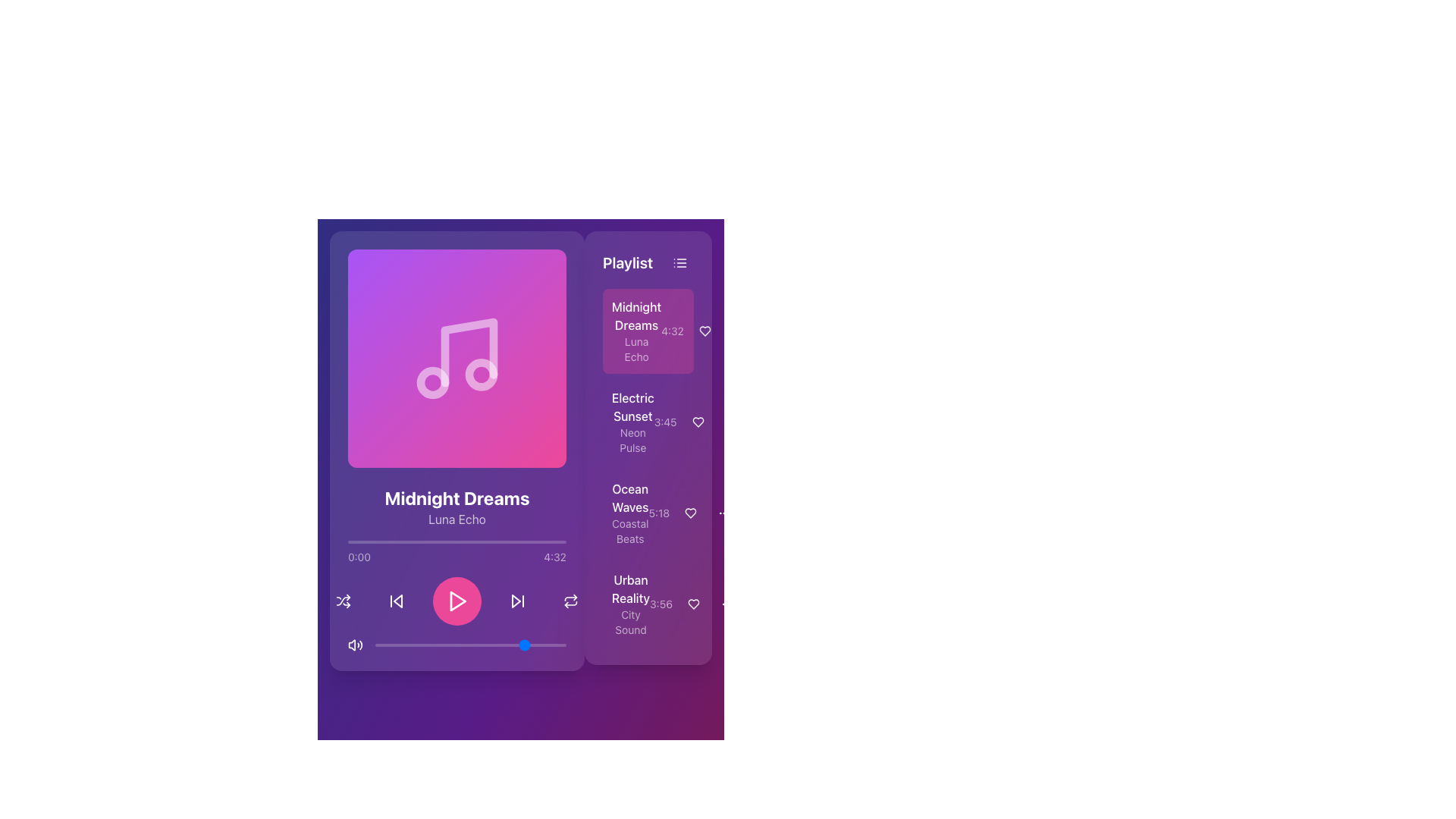 This screenshot has width=1456, height=819. Describe the element at coordinates (517, 601) in the screenshot. I see `the 'skip forward' button in the music playback interface` at that location.